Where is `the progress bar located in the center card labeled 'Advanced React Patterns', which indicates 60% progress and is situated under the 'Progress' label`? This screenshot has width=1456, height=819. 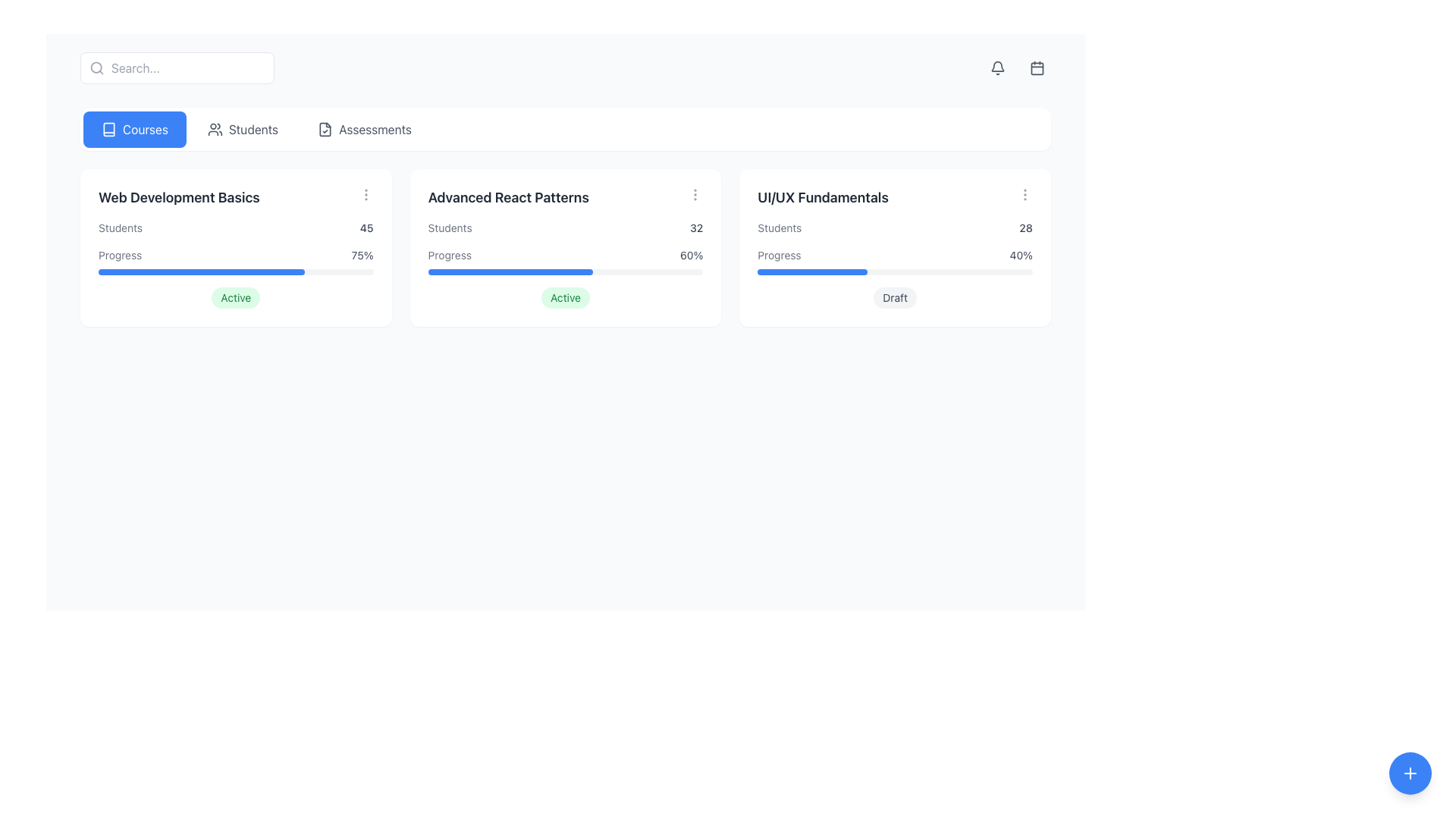 the progress bar located in the center card labeled 'Advanced React Patterns', which indicates 60% progress and is situated under the 'Progress' label is located at coordinates (564, 271).